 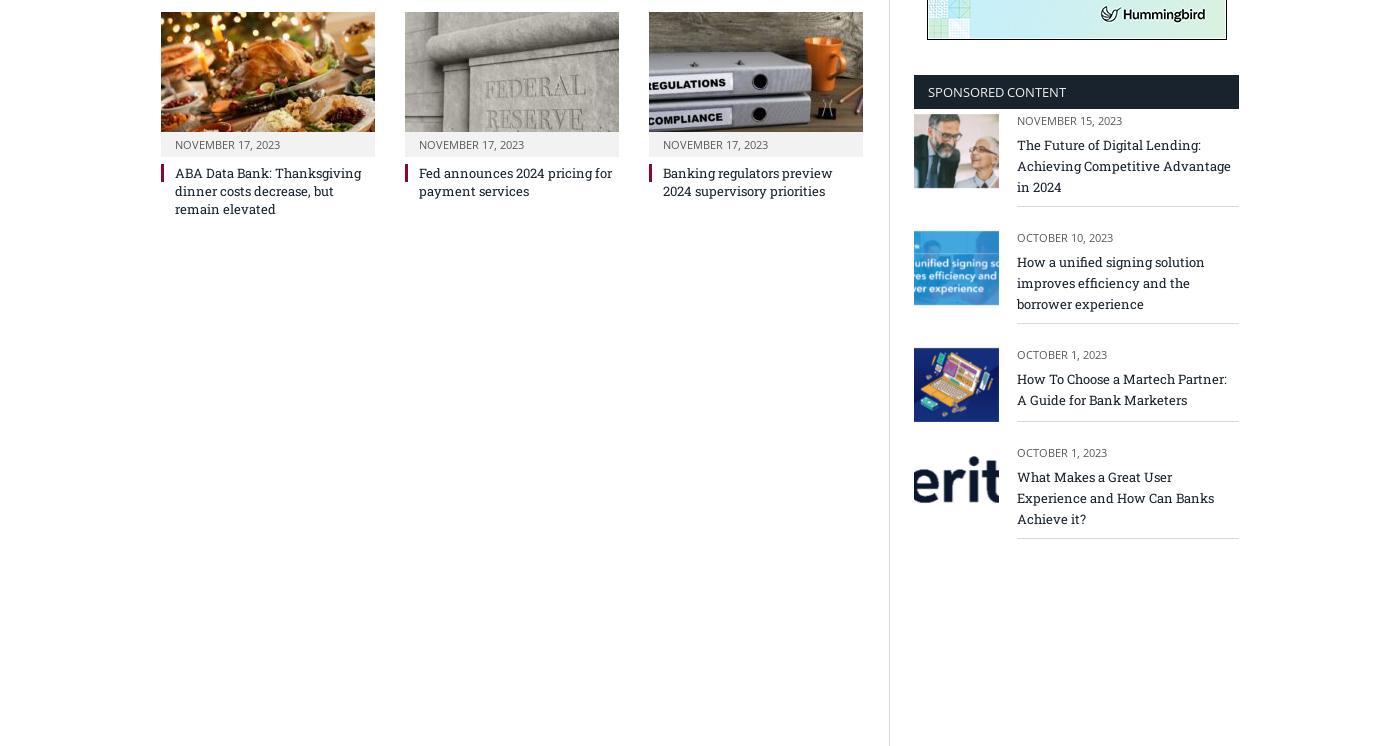 What do you see at coordinates (1111, 280) in the screenshot?
I see `'How a unified signing solution improves efficiency and the borrower experience'` at bounding box center [1111, 280].